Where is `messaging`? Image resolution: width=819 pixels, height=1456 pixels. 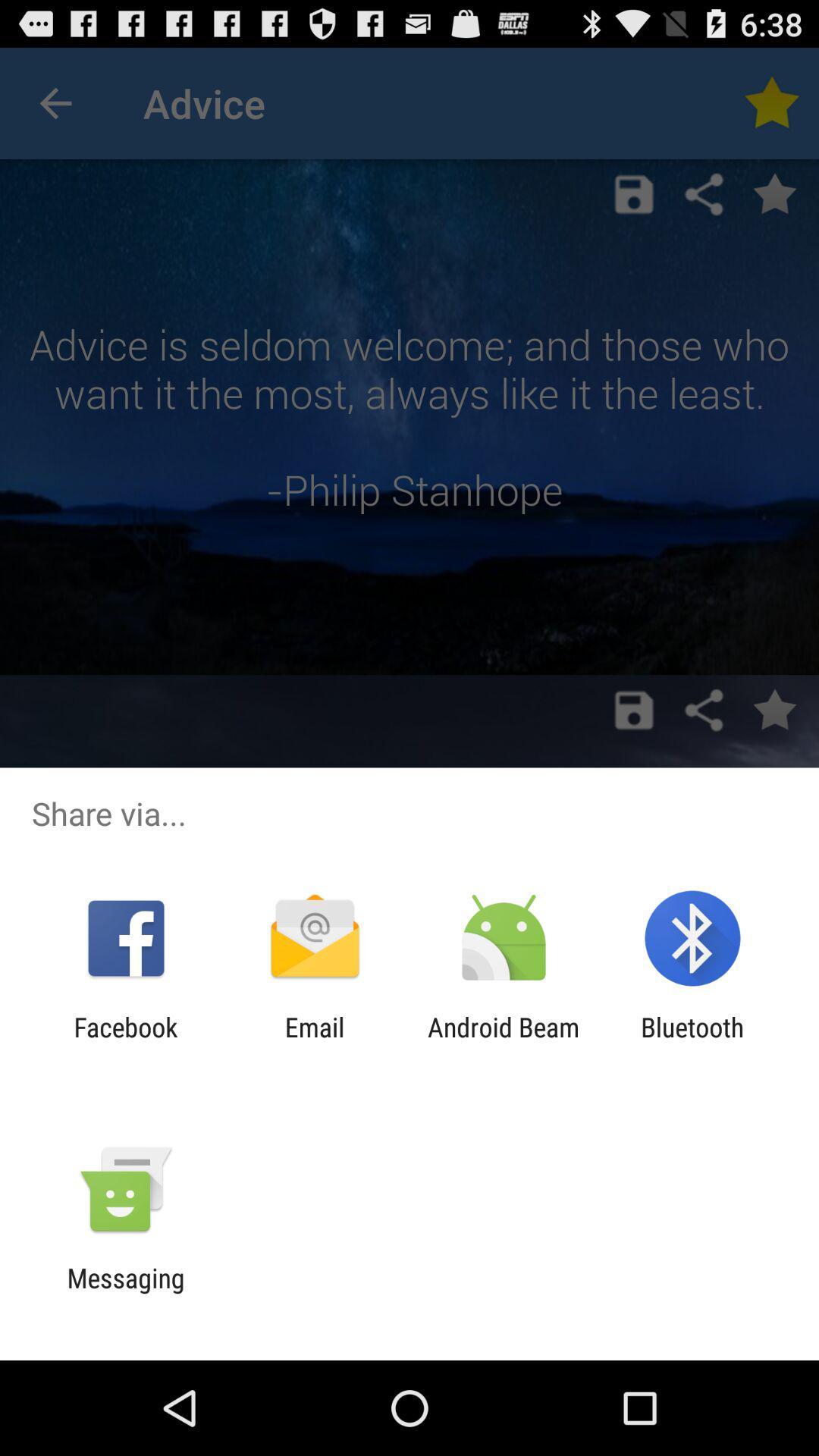
messaging is located at coordinates (125, 1293).